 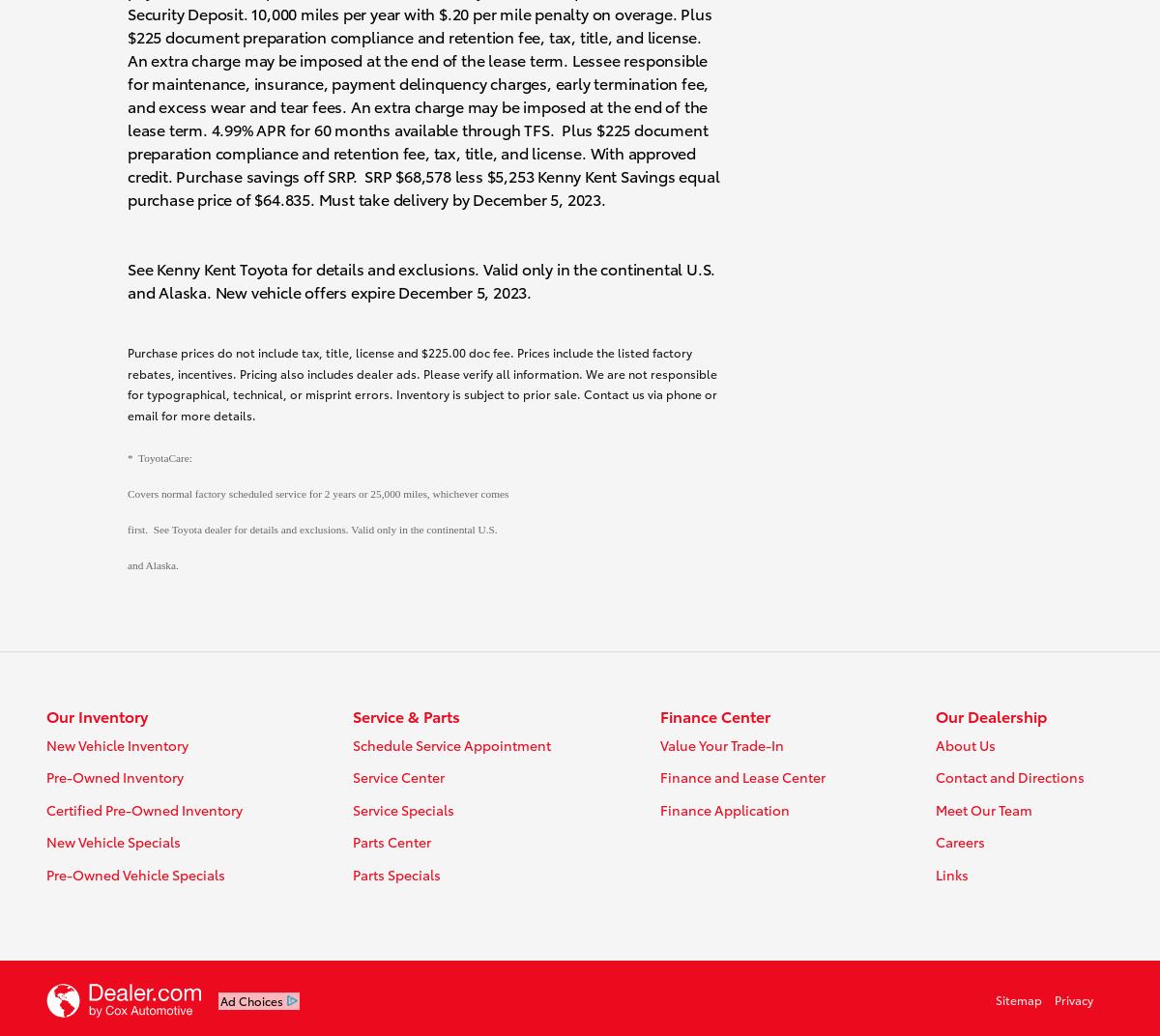 I want to click on 'Schedule Service Appointment', so click(x=449, y=744).